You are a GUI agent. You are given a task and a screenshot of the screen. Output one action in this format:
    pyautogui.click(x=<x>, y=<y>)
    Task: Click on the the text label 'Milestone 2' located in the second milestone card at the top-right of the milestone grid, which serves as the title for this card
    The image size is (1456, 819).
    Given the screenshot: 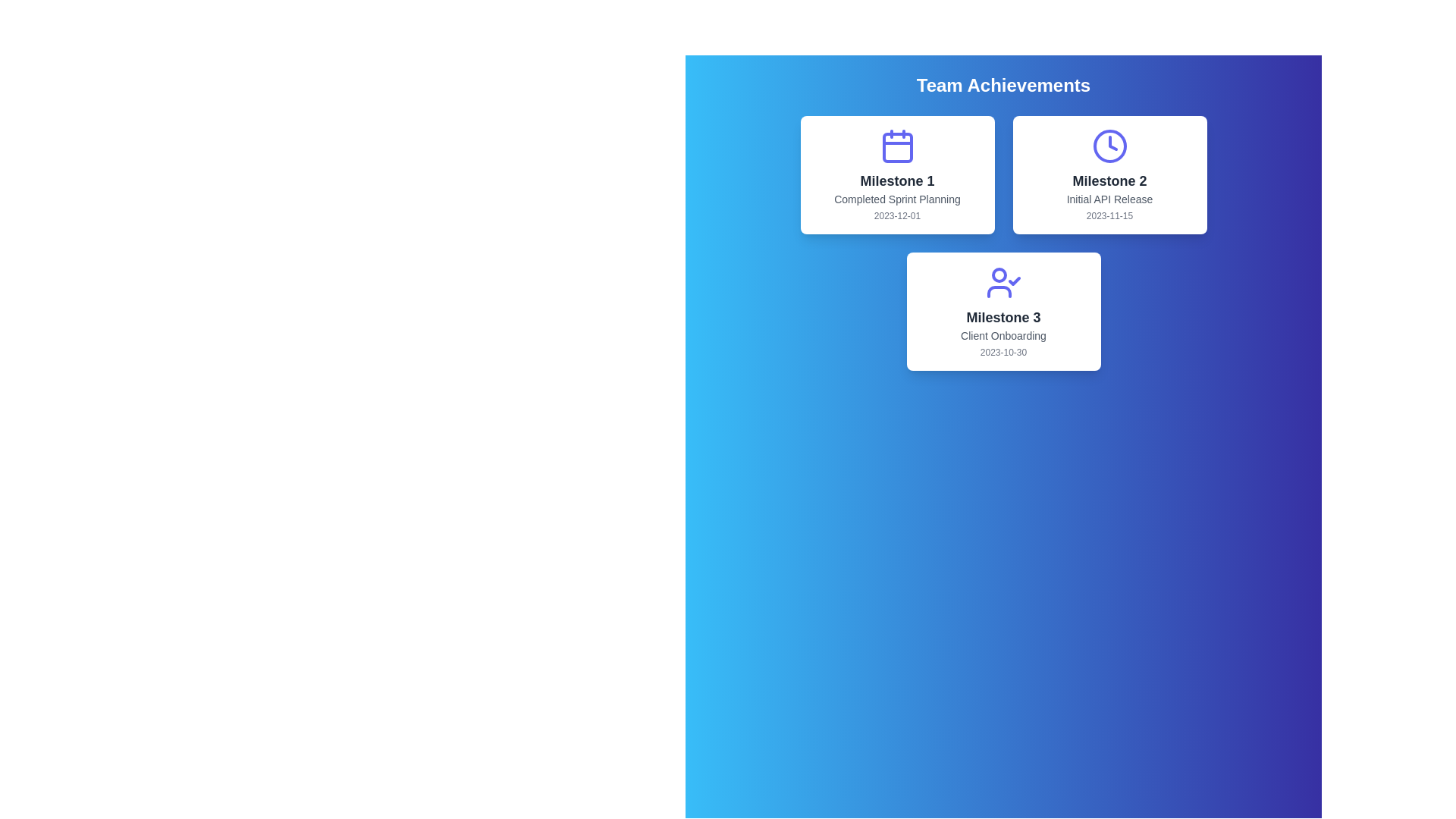 What is the action you would take?
    pyautogui.click(x=1109, y=180)
    